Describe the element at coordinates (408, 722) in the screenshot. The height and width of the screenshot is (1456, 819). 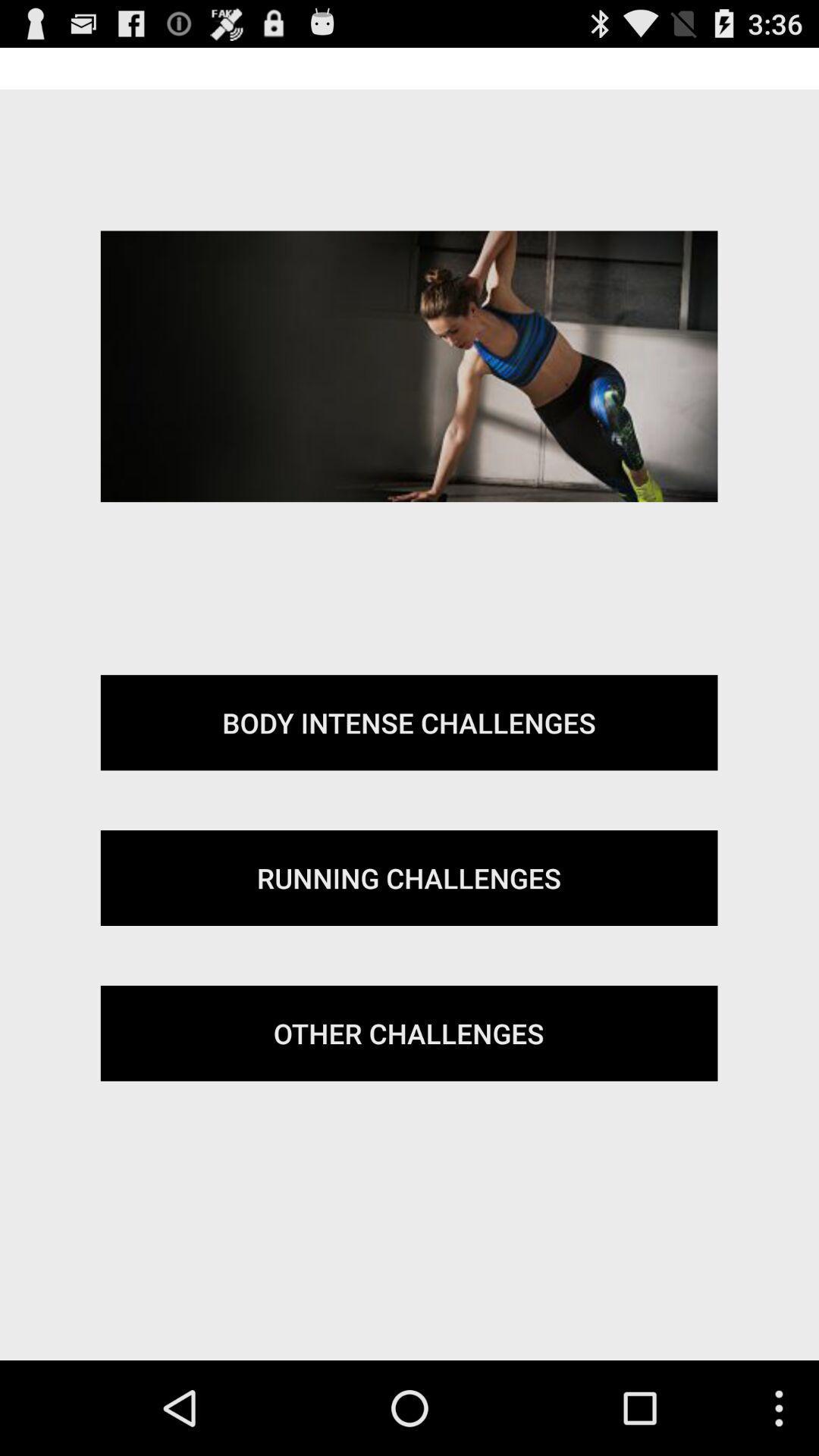
I see `the button above the running challenges` at that location.